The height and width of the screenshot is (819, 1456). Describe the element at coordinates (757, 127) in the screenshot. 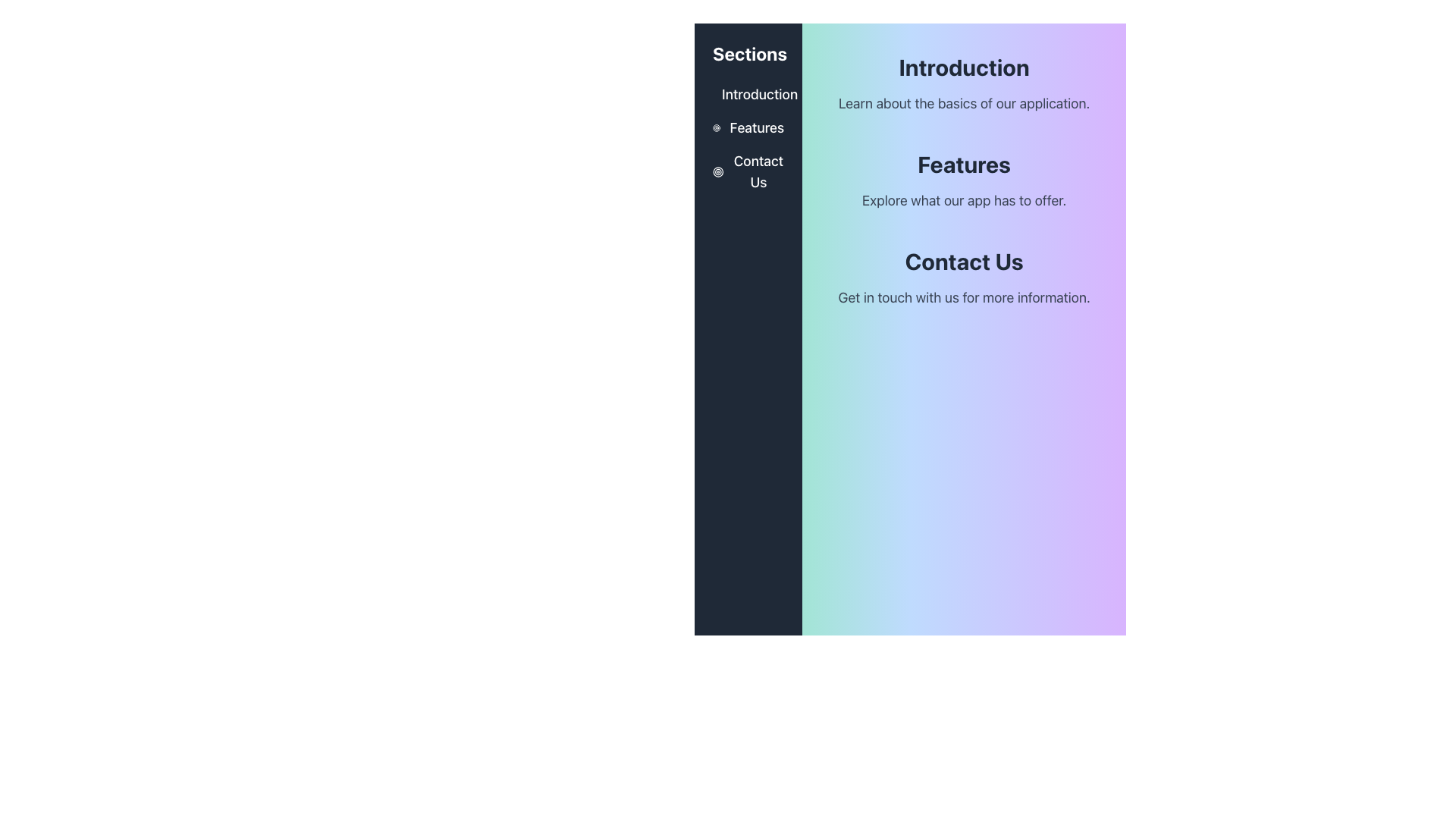

I see `the hyperlink that navigates to the 'Features' section, located in the second position under the 'Sections' side navigation menu` at that location.